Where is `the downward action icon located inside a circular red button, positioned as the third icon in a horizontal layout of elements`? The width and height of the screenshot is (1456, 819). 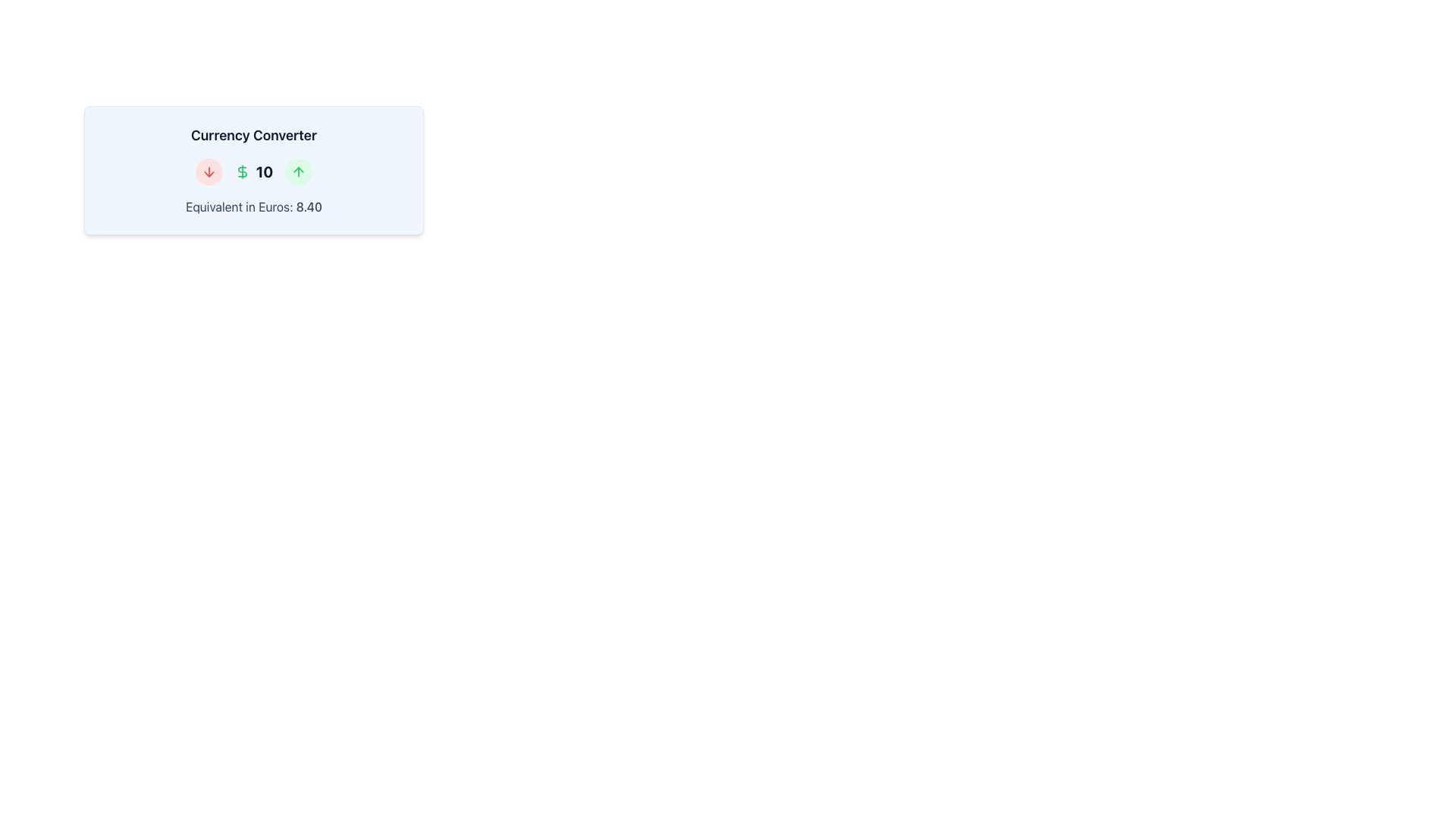
the downward action icon located inside a circular red button, positioned as the third icon in a horizontal layout of elements is located at coordinates (208, 171).